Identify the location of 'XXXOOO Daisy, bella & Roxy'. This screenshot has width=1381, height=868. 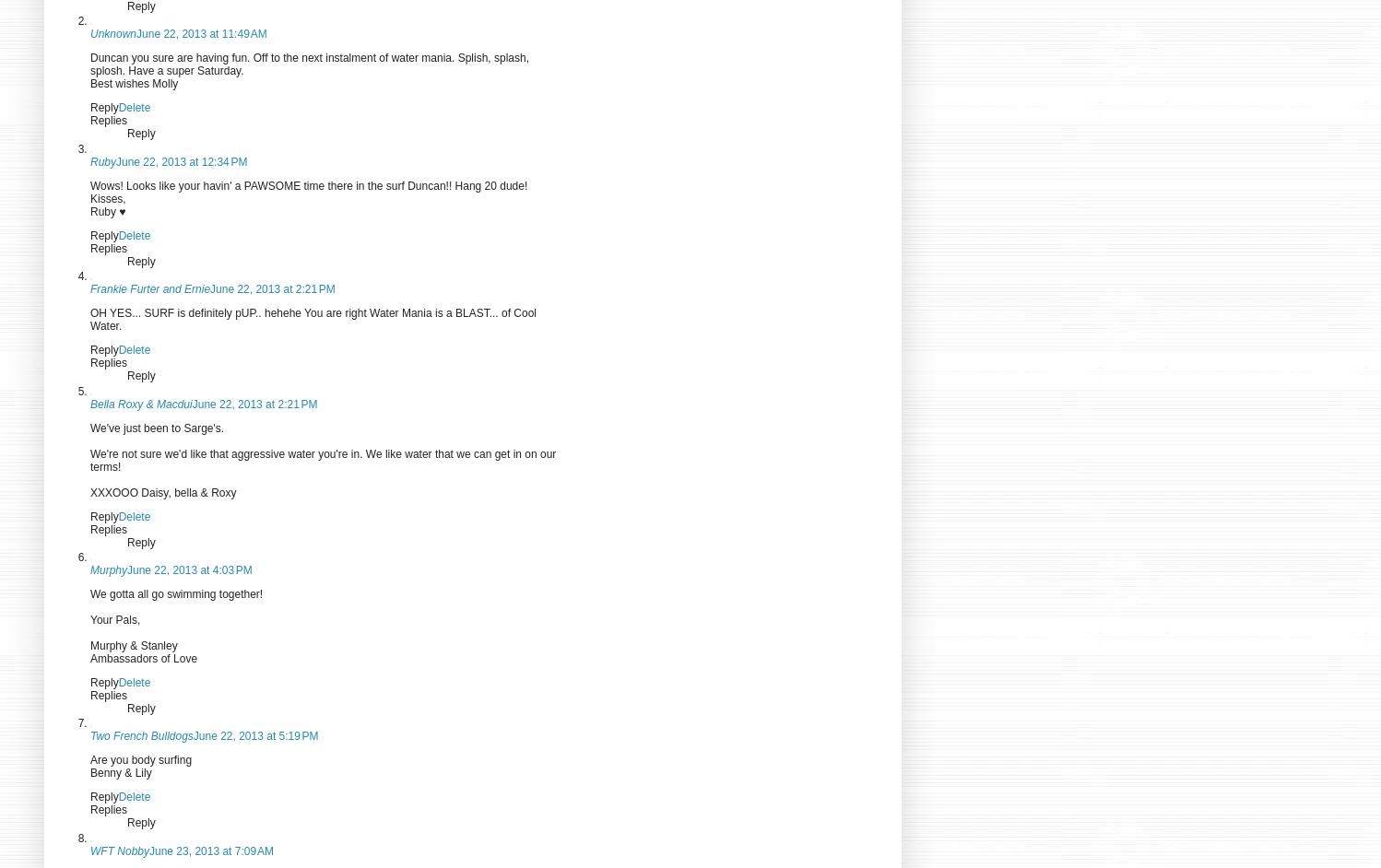
(162, 491).